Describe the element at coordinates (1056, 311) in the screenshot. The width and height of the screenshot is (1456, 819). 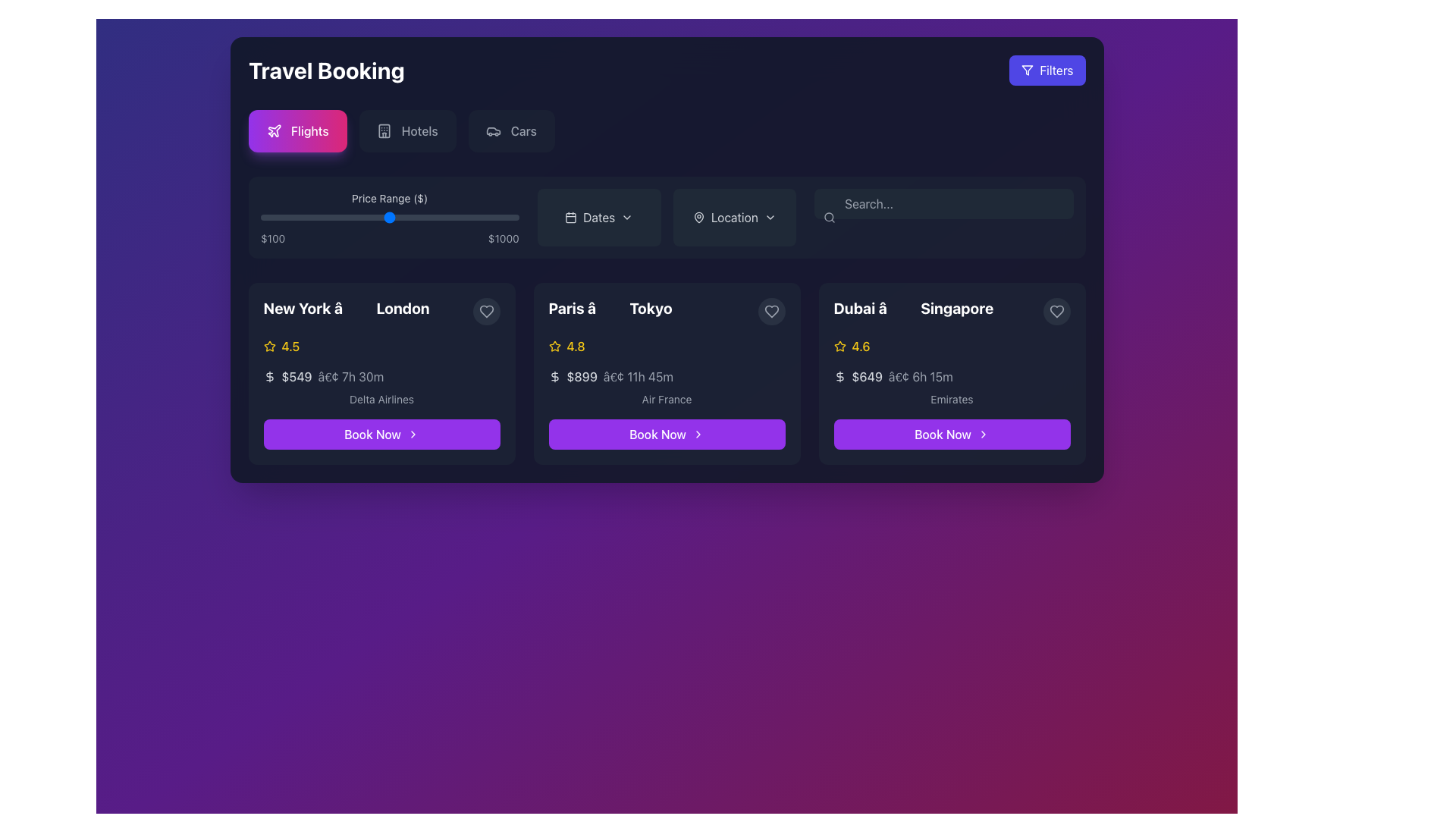
I see `the heart-shaped interactive icon located in the top-right corner of the travel details card for the route 'Dubai â€¦ Singapore' to mark it as a favorite` at that location.